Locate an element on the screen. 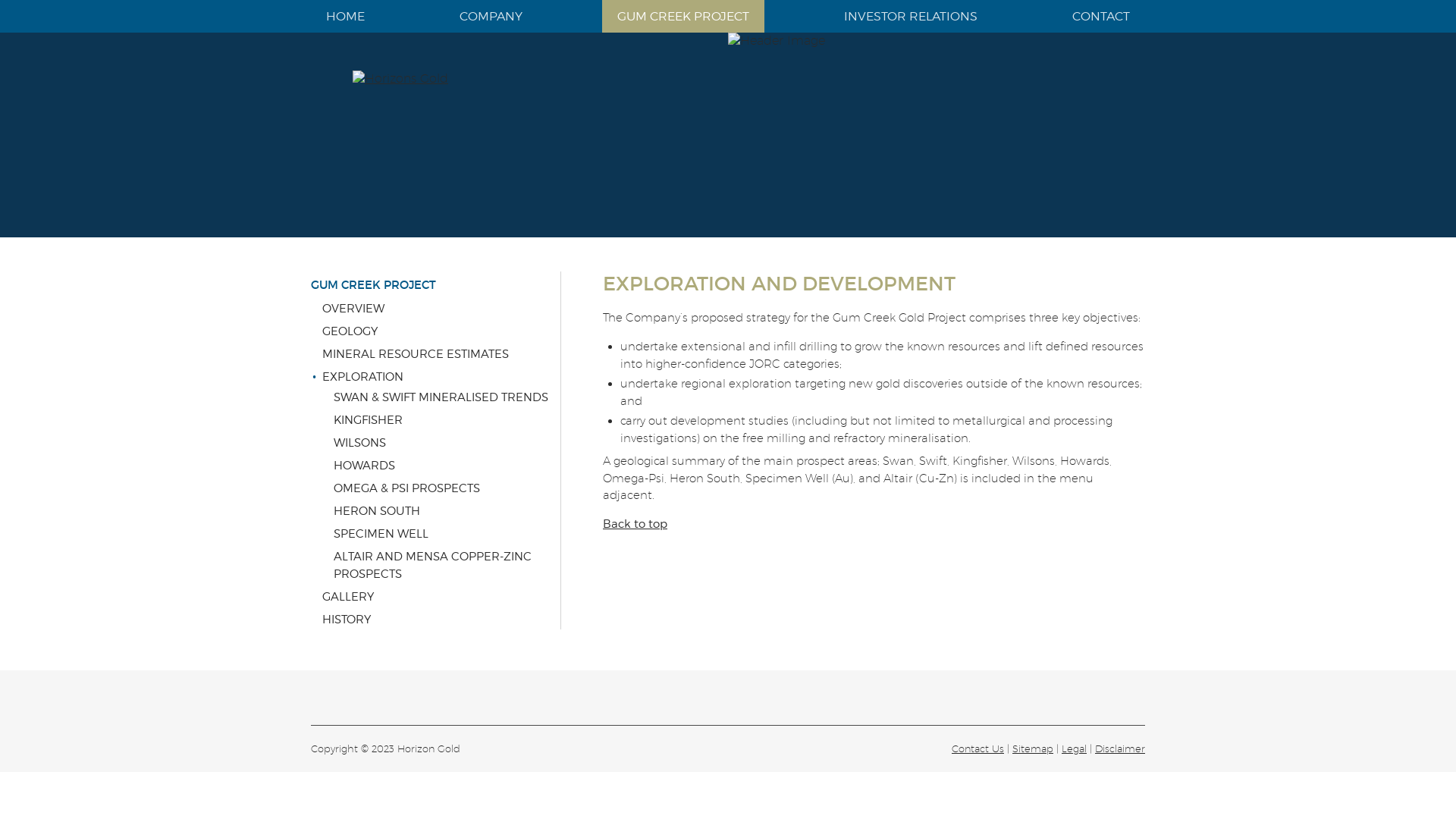 This screenshot has height=819, width=1456. 'Legal' is located at coordinates (1073, 748).